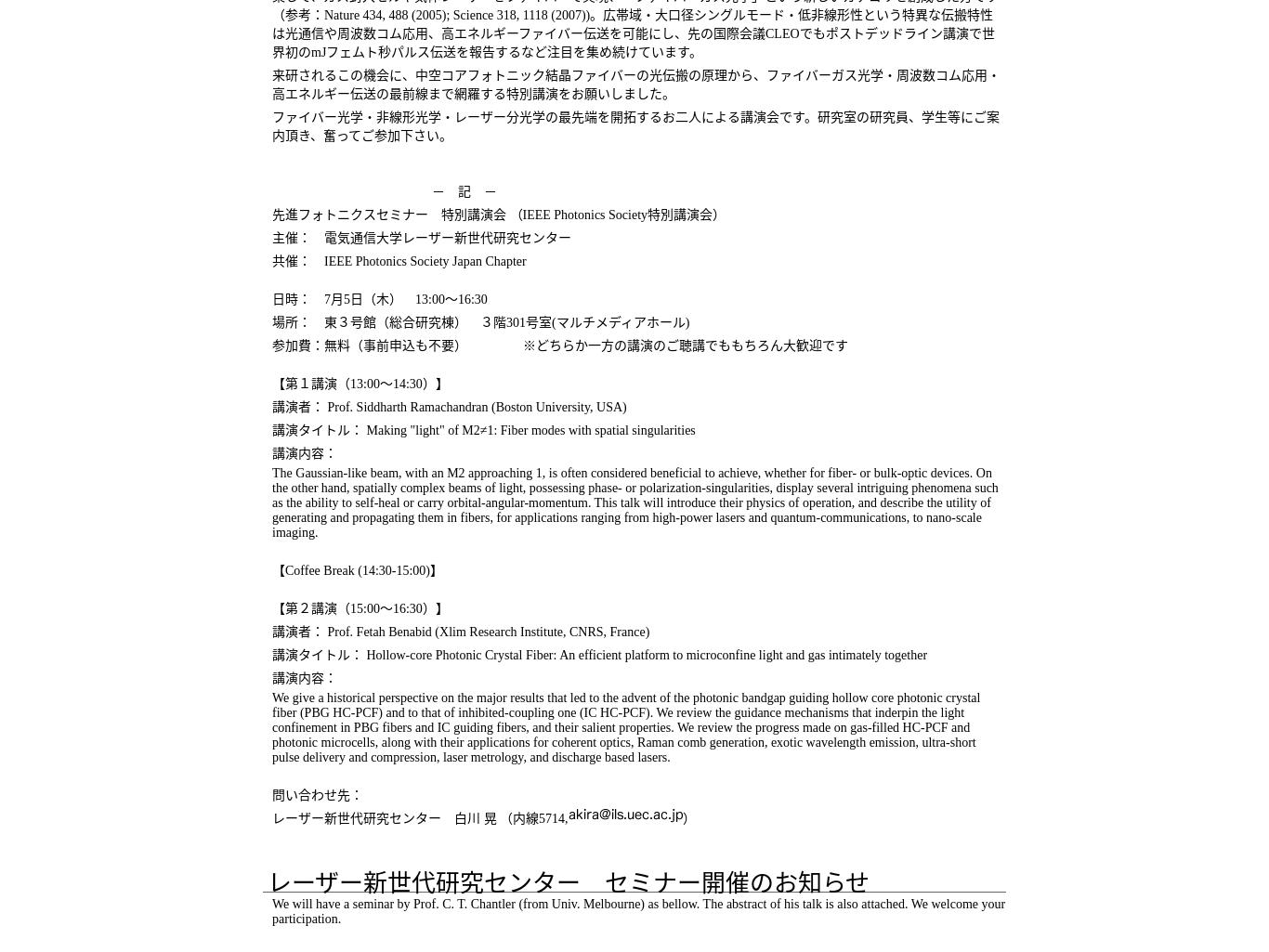 This screenshot has height=952, width=1269. I want to click on 'The Gaussian-like beam, with an M2 approaching 1, is often considered beneficial to achieve, whether for fiber- or bulk-optic devices. On the other hand, spatially complex beams of light, possessing phase- or polarization-singularities, display several intriguing phenomena such as the ability to self-heal or carry orbital-angular-momentum. This talk will introduce their physics of operation, and describe the utility of generating and propagating them in fibers, for applications ranging from high-power lasers and quantum-communications, to nano-scale imaging.', so click(634, 502).